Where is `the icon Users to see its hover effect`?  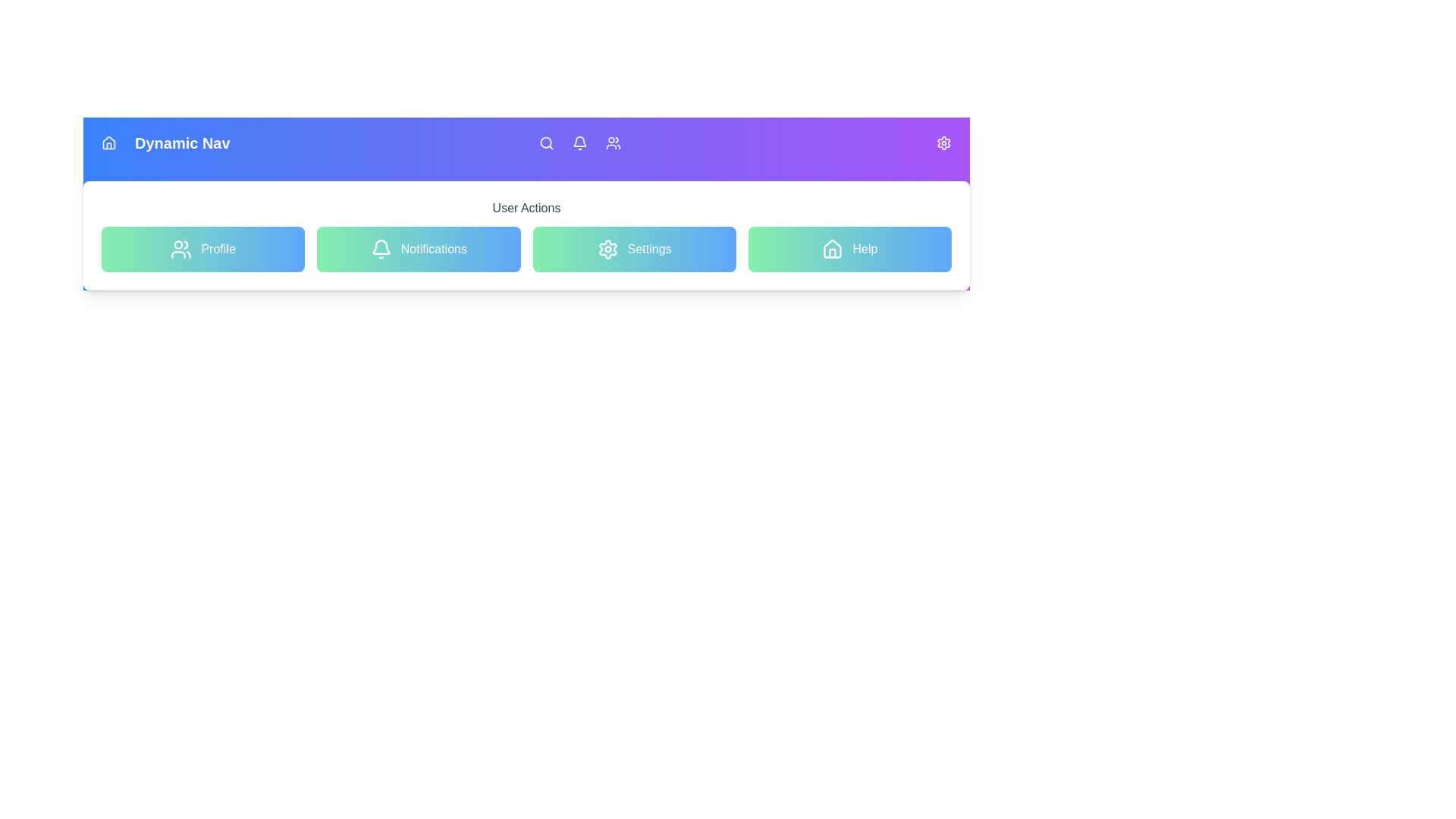
the icon Users to see its hover effect is located at coordinates (613, 143).